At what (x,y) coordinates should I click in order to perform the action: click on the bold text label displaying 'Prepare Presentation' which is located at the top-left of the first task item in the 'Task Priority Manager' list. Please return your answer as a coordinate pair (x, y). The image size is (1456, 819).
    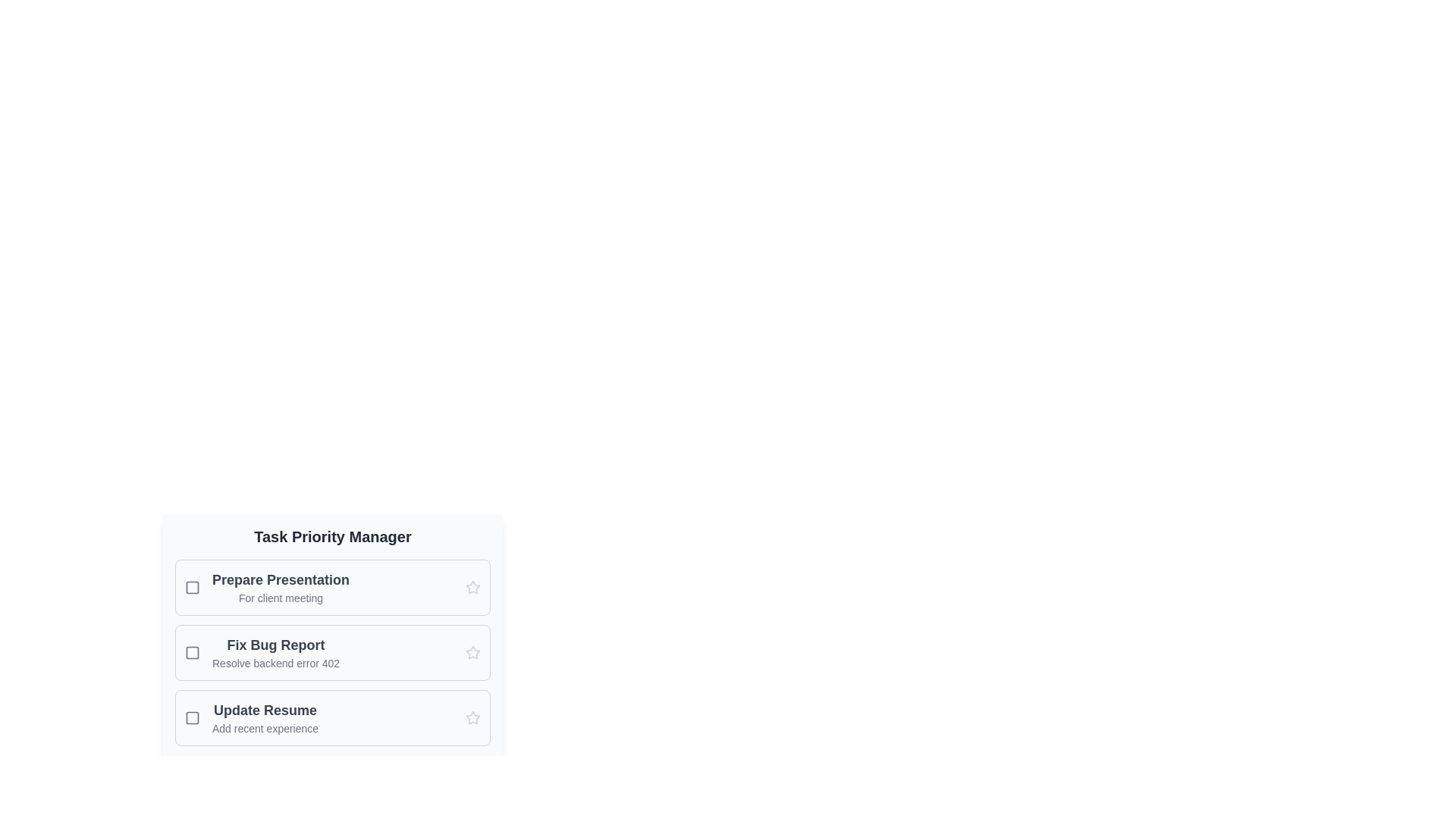
    Looking at the image, I should click on (281, 579).